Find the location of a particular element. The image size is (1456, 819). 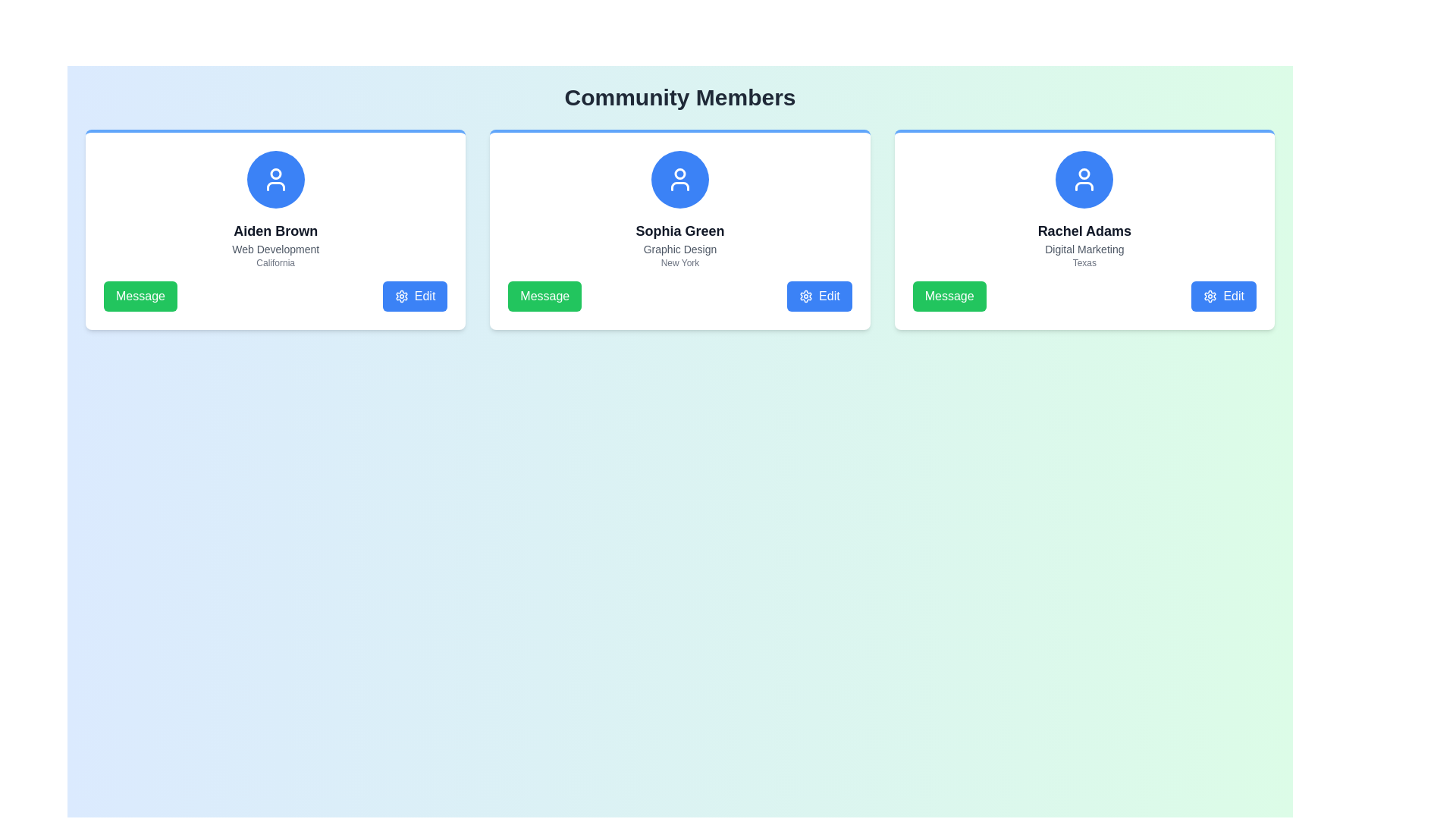

the circular blue icon representing Rachel Adams located at the top center of the third card from the left in the 'Community Members' row is located at coordinates (1084, 173).